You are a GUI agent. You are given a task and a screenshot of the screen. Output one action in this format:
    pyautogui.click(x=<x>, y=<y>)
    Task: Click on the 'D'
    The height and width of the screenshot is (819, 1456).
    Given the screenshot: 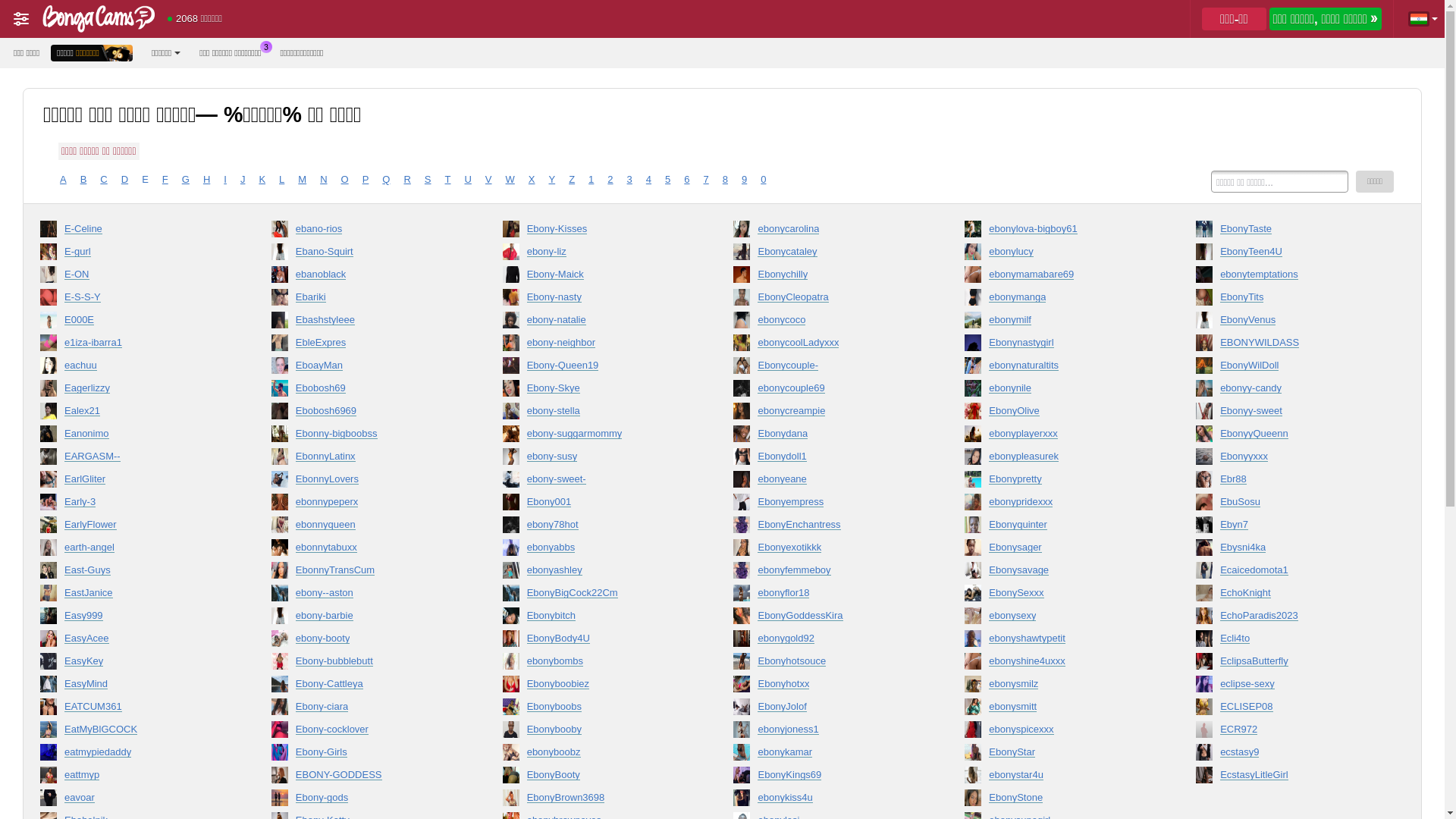 What is the action you would take?
    pyautogui.click(x=124, y=178)
    